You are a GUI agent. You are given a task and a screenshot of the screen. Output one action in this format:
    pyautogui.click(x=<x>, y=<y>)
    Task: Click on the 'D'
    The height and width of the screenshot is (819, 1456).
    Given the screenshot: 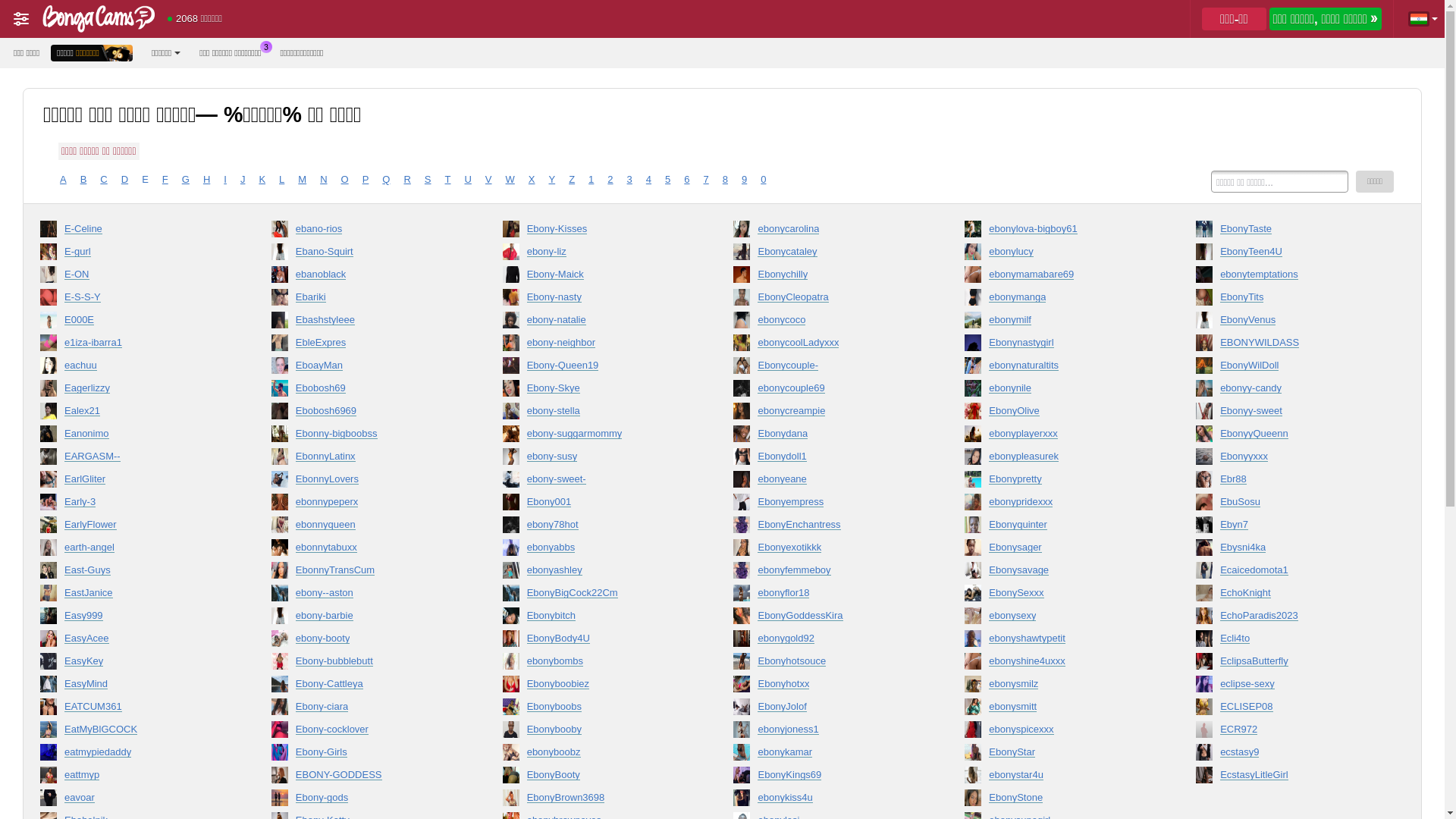 What is the action you would take?
    pyautogui.click(x=124, y=178)
    